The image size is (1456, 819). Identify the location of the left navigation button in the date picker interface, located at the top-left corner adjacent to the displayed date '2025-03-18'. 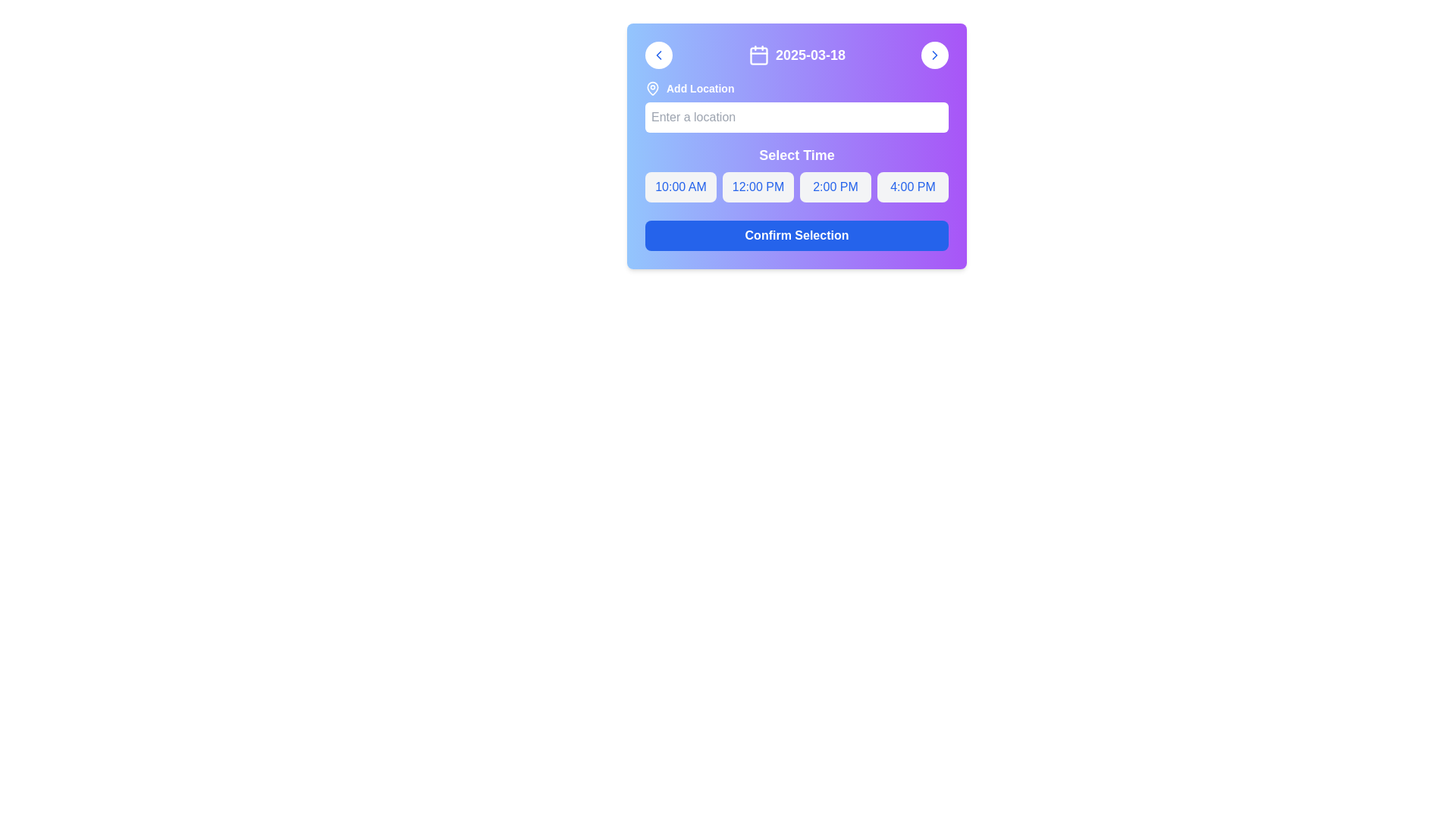
(658, 55).